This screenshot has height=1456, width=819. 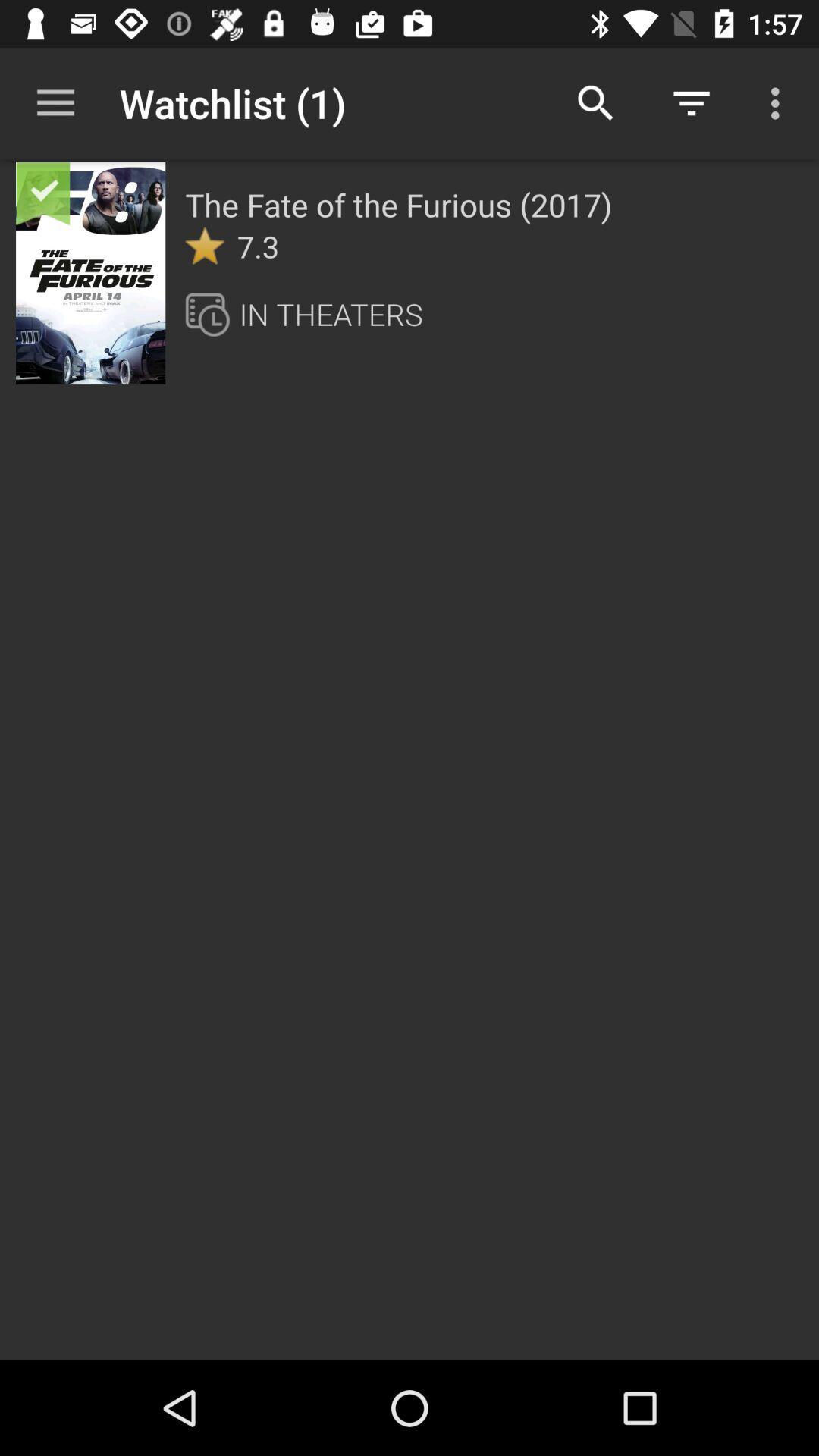 I want to click on item next to watchlist (1) icon, so click(x=55, y=102).